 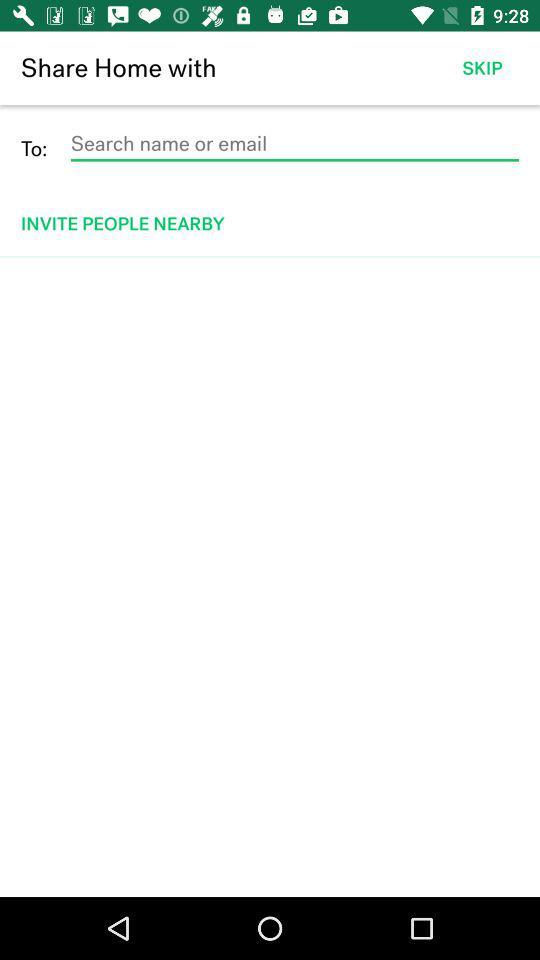 I want to click on the item to the right of the share home with item, so click(x=481, y=68).